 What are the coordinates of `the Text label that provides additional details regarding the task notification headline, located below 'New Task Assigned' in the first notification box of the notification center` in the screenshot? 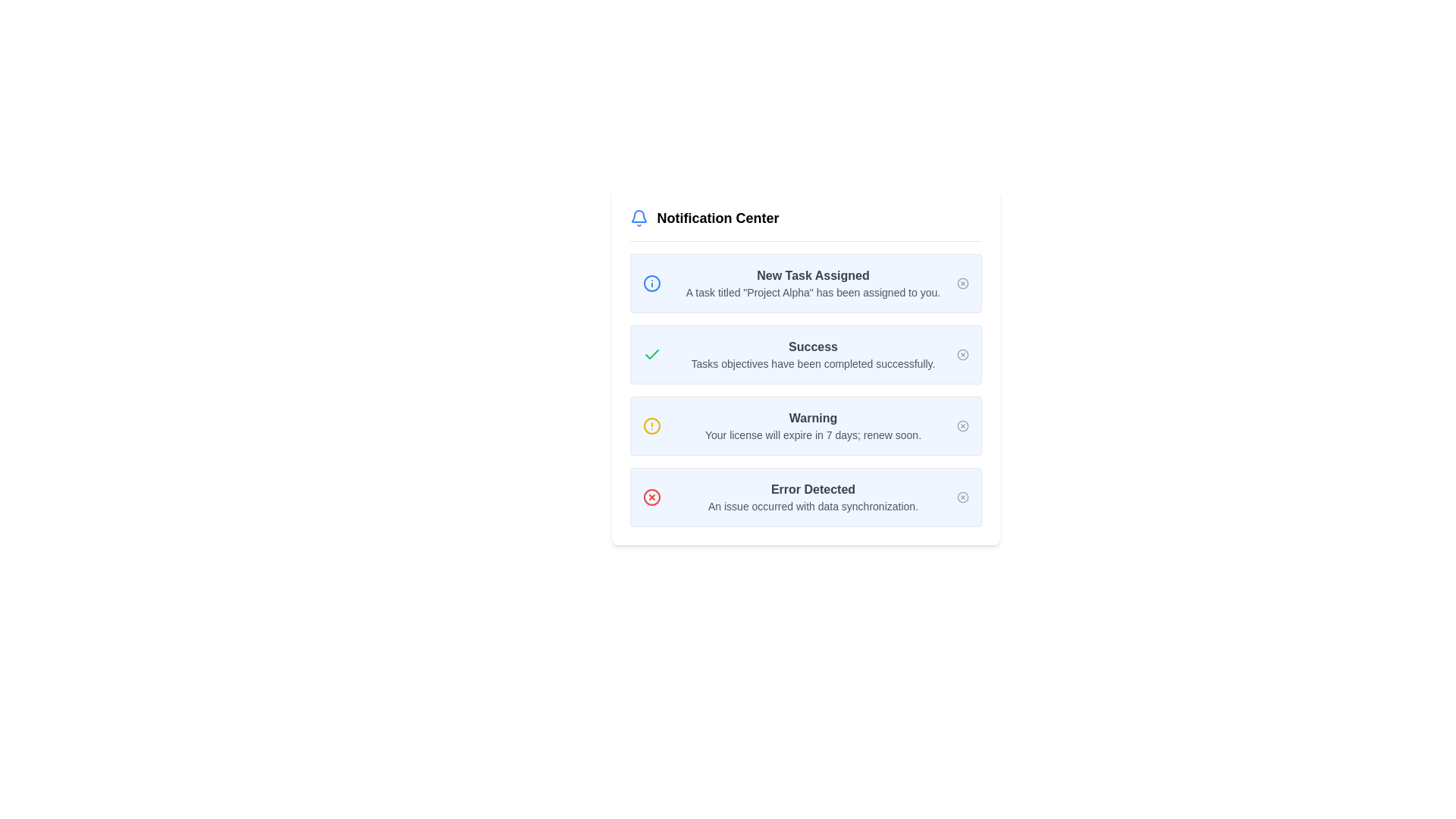 It's located at (812, 292).